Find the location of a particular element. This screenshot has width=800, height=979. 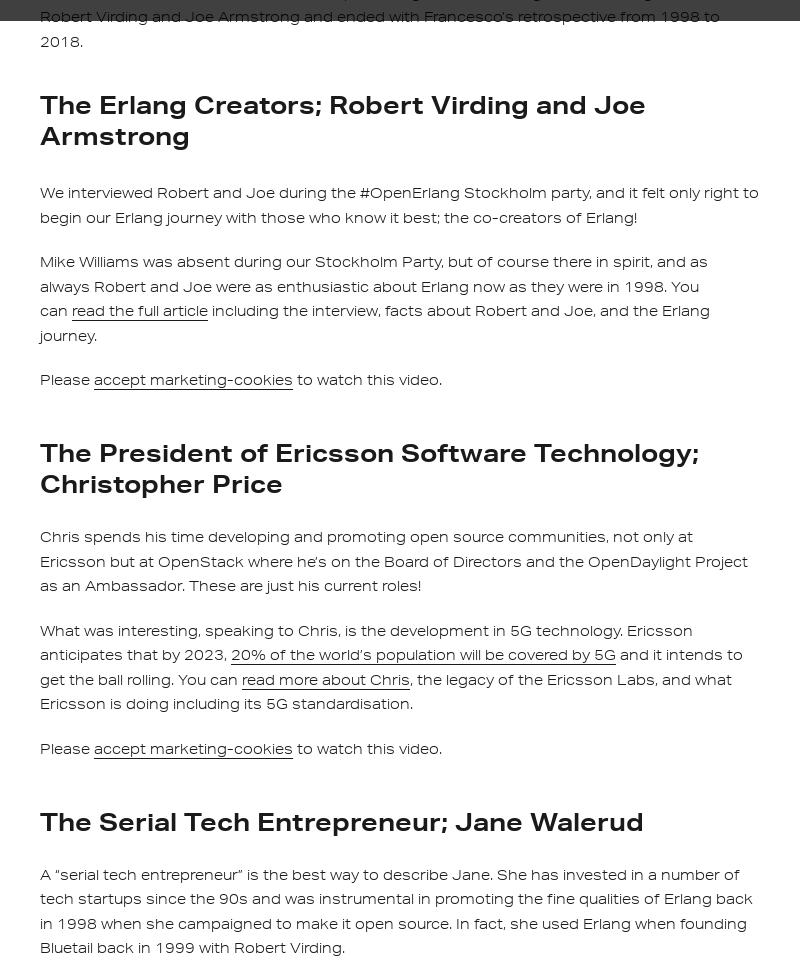

'read the full article' is located at coordinates (140, 311).